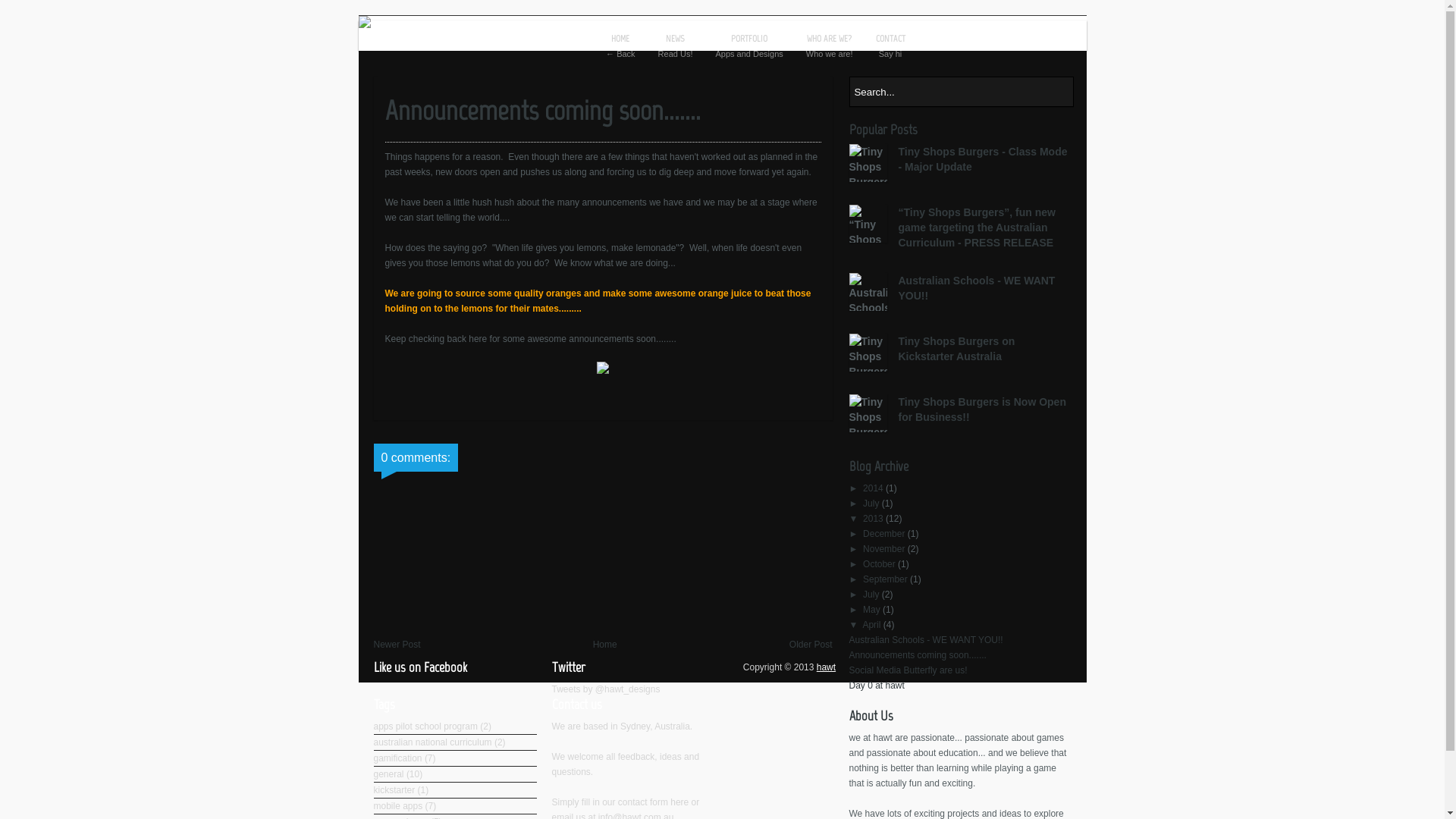  I want to click on 'May', so click(862, 608).